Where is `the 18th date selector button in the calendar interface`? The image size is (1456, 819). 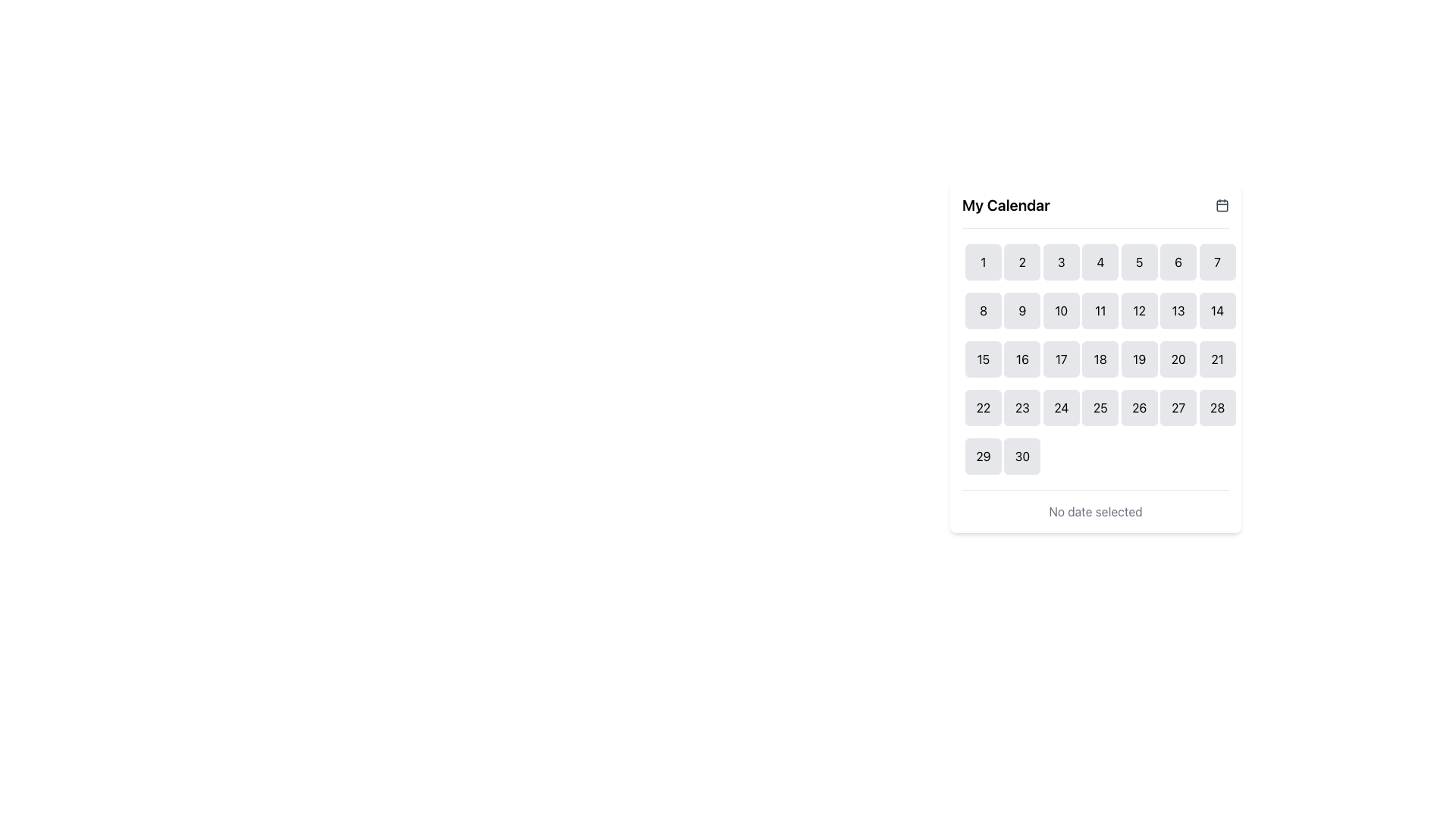 the 18th date selector button in the calendar interface is located at coordinates (1100, 359).